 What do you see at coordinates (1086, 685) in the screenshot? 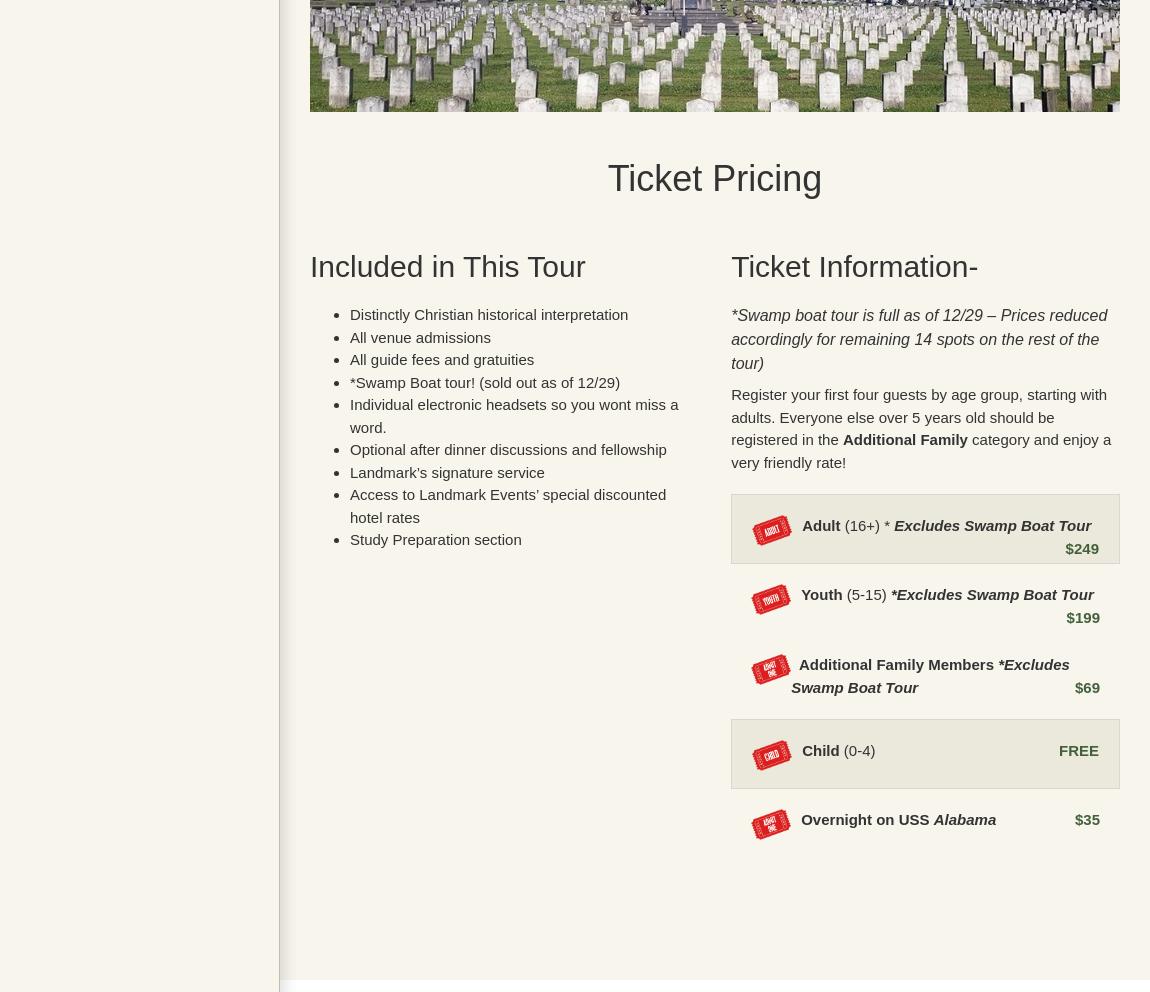
I see `'$69'` at bounding box center [1086, 685].